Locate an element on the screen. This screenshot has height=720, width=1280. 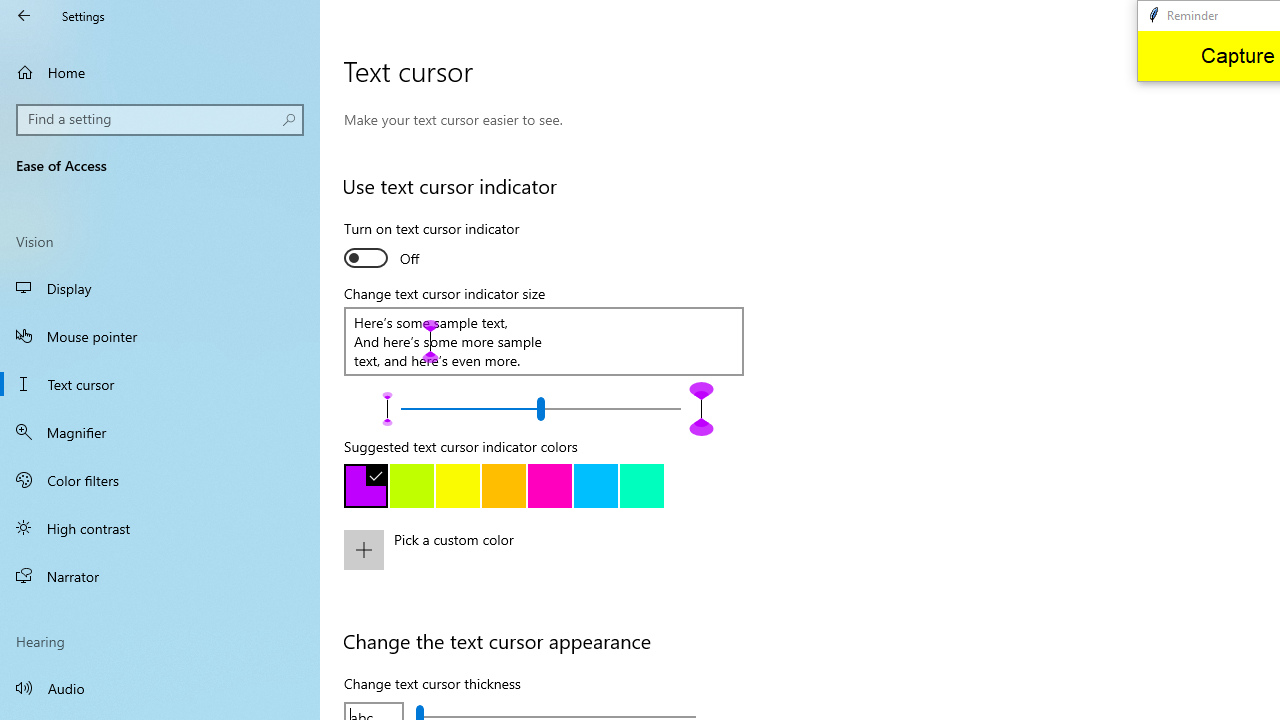
'Turquoise' is located at coordinates (594, 486).